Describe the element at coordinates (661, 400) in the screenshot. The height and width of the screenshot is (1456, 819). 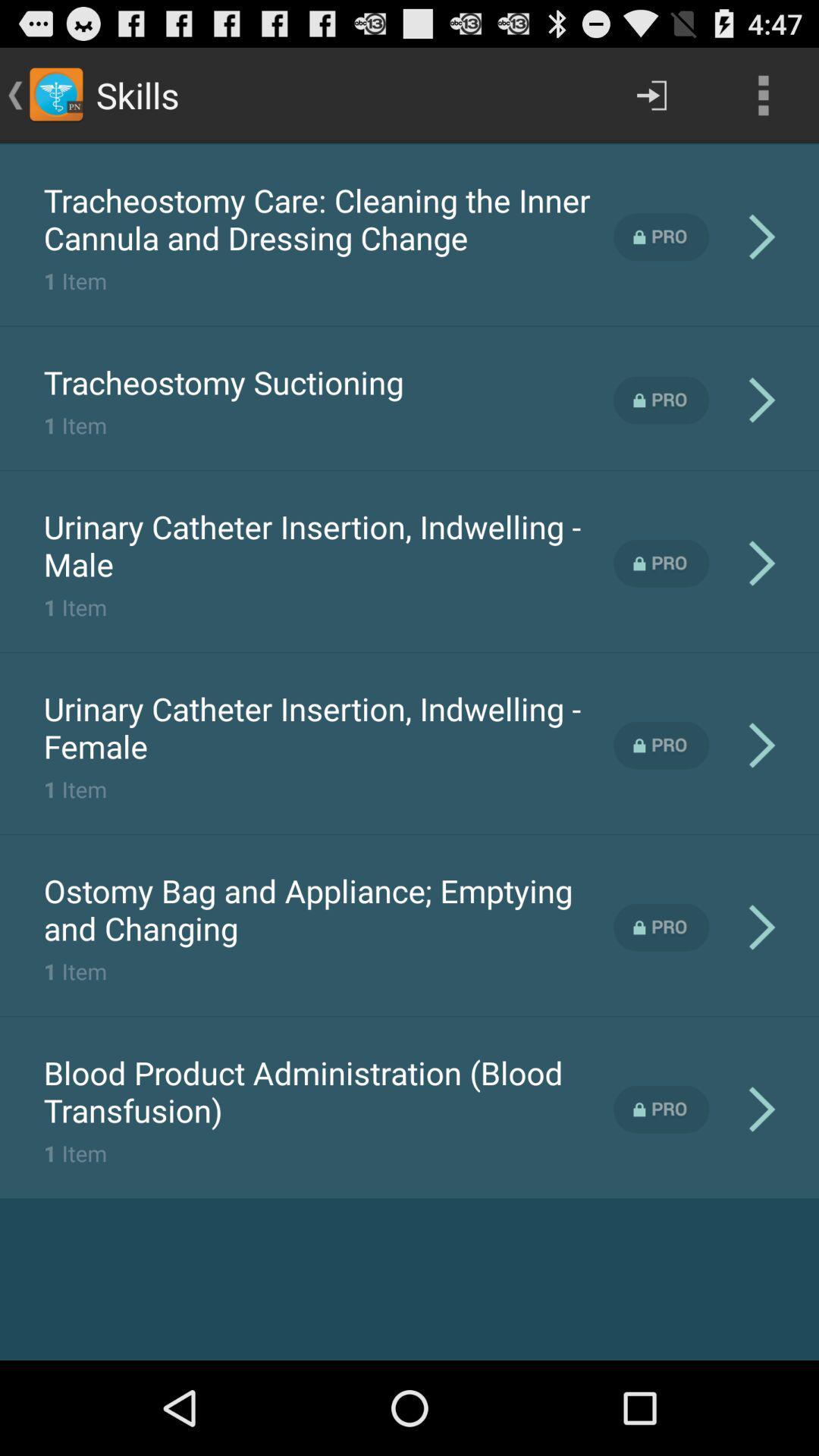
I see `need pro addition to unlock category` at that location.